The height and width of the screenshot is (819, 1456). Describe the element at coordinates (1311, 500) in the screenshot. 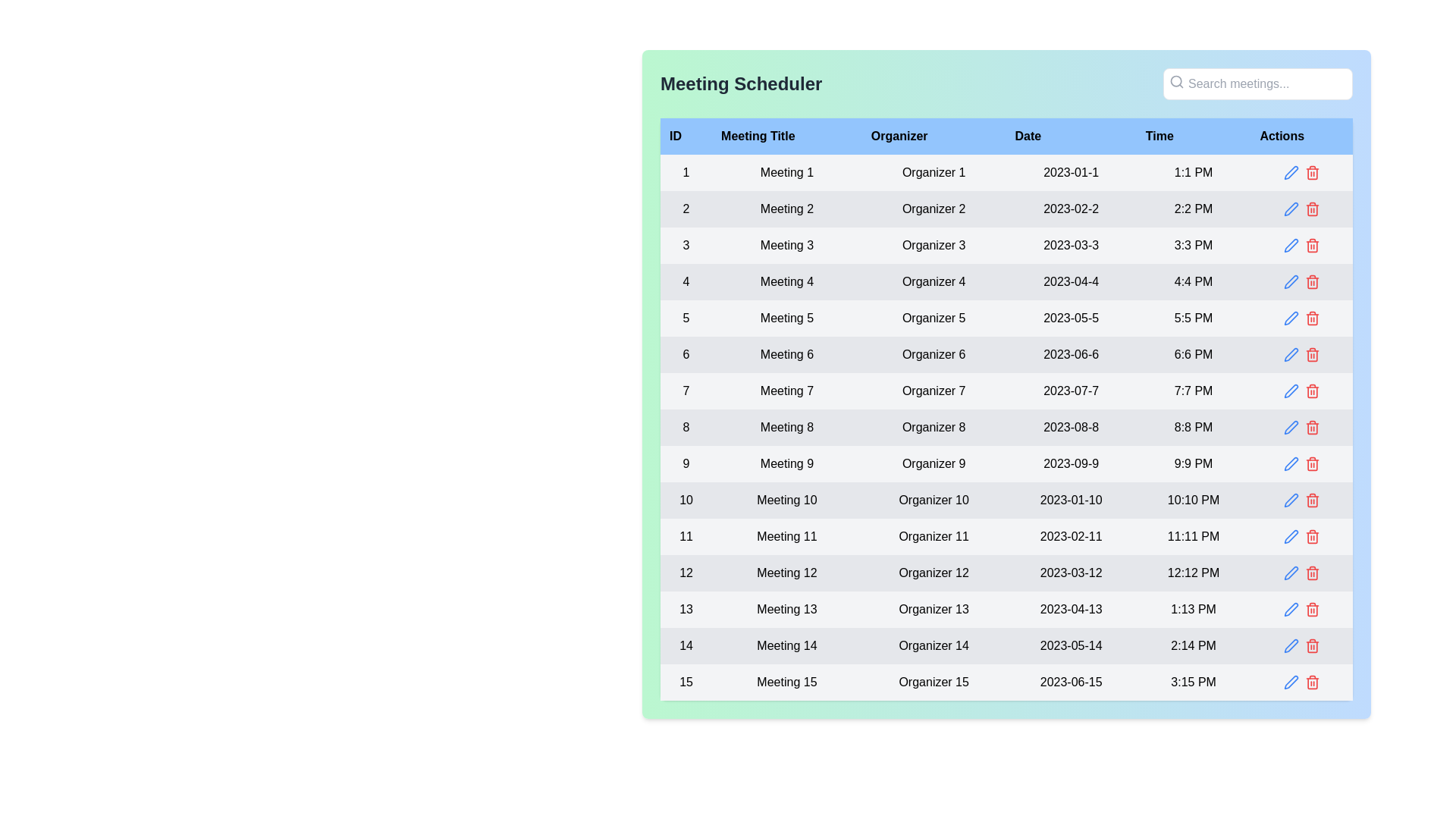

I see `the trash bin icon button, which is styled in red and located in the 'Actions' column of the row for 'Meeting 10'` at that location.